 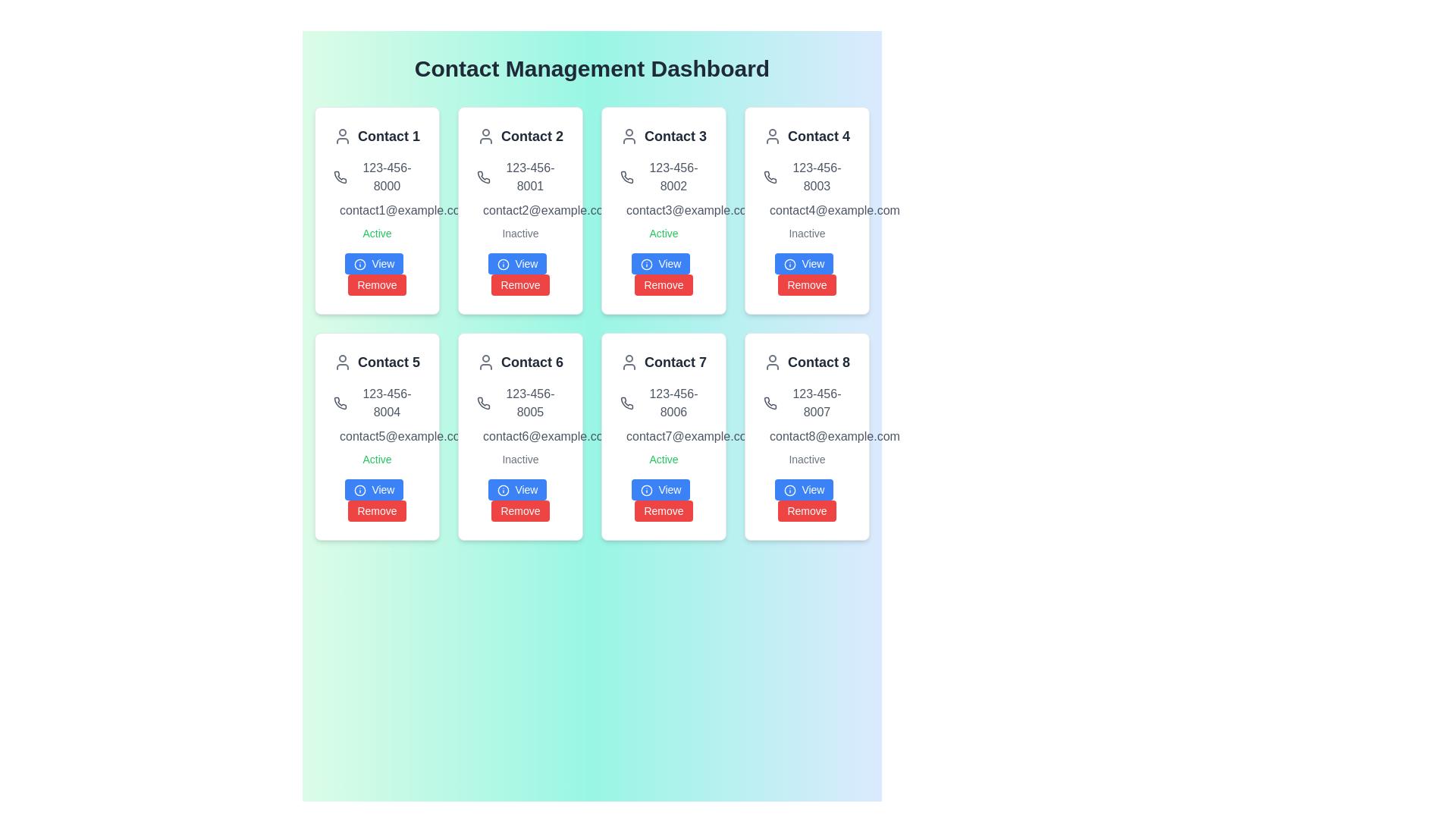 I want to click on the static text label displaying 'Contact 6' in bold dark gray font within the Contact Management Dashboard, so click(x=532, y=362).